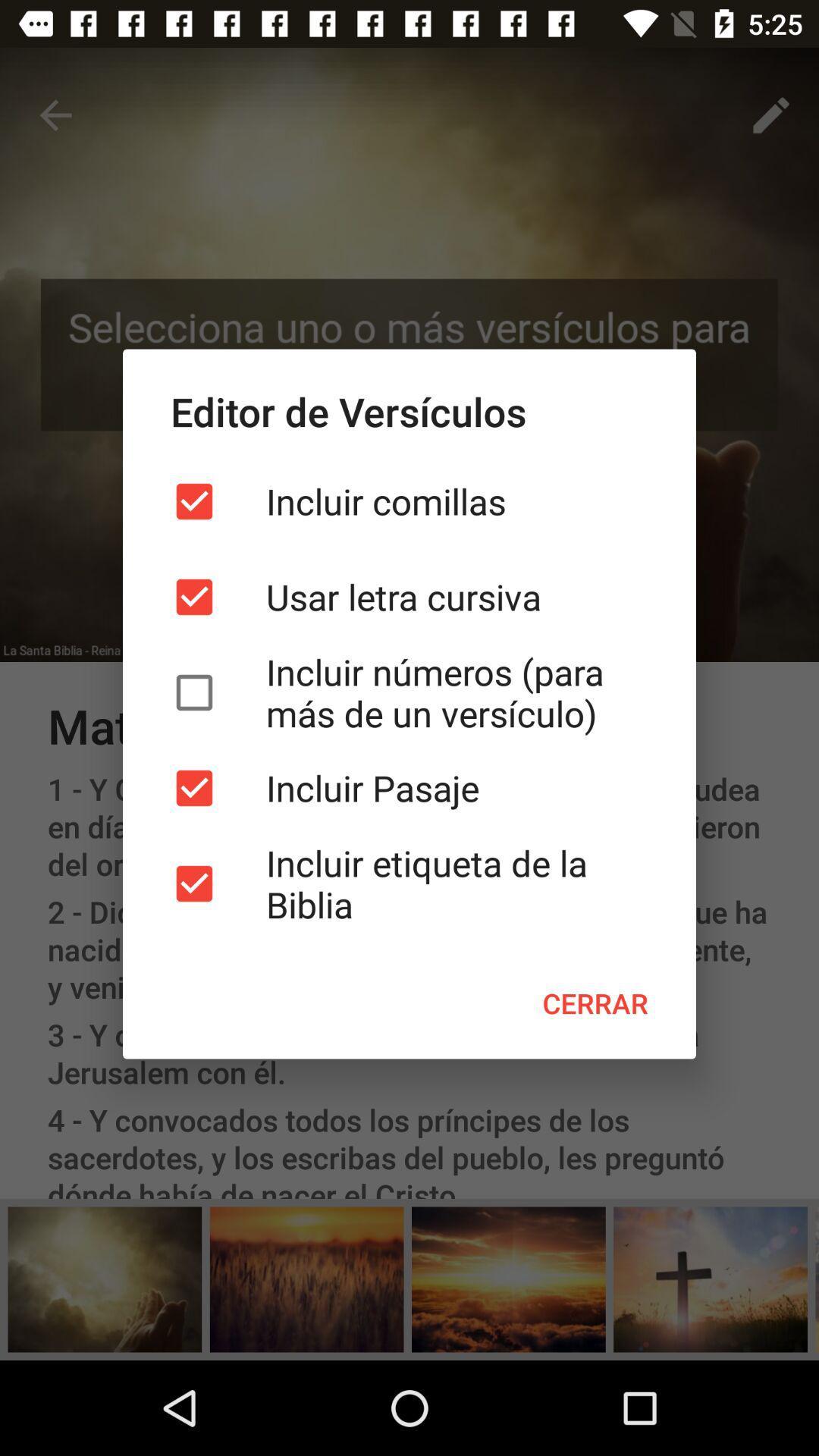  Describe the element at coordinates (595, 1003) in the screenshot. I see `the cerrar item` at that location.